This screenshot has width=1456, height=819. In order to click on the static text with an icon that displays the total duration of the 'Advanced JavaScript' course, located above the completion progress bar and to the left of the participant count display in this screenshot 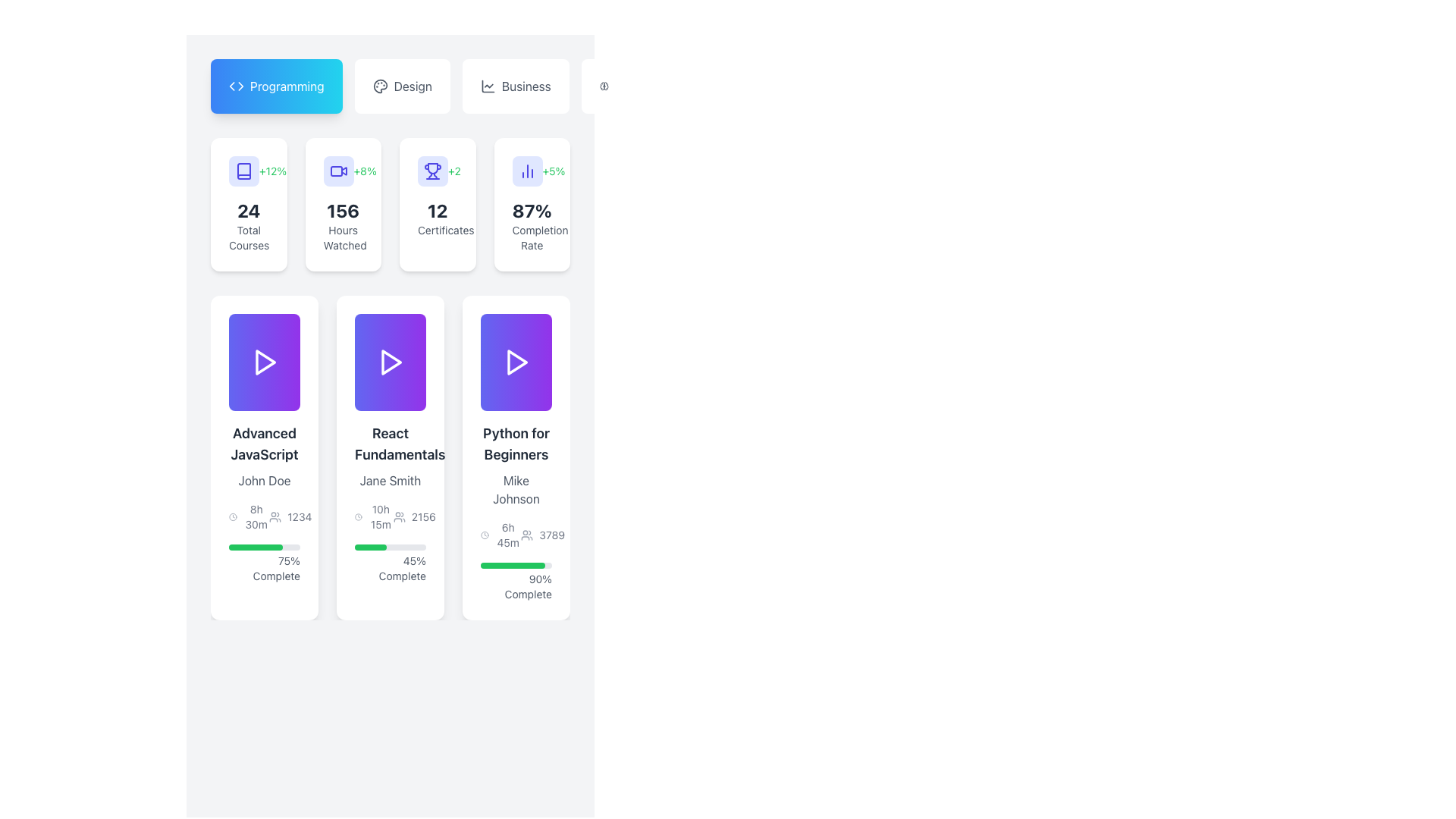, I will do `click(249, 516)`.